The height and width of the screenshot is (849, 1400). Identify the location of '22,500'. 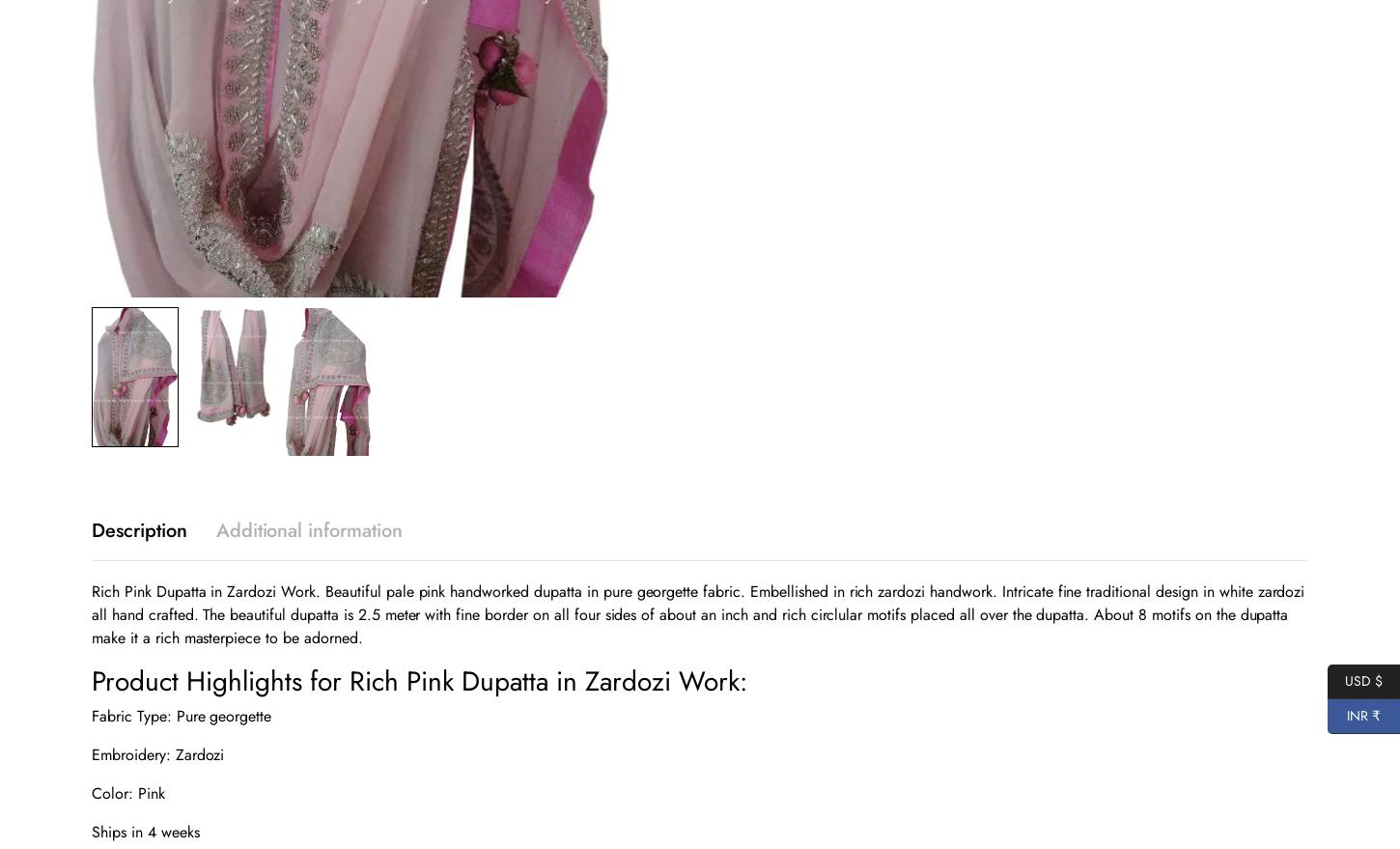
(137, 40).